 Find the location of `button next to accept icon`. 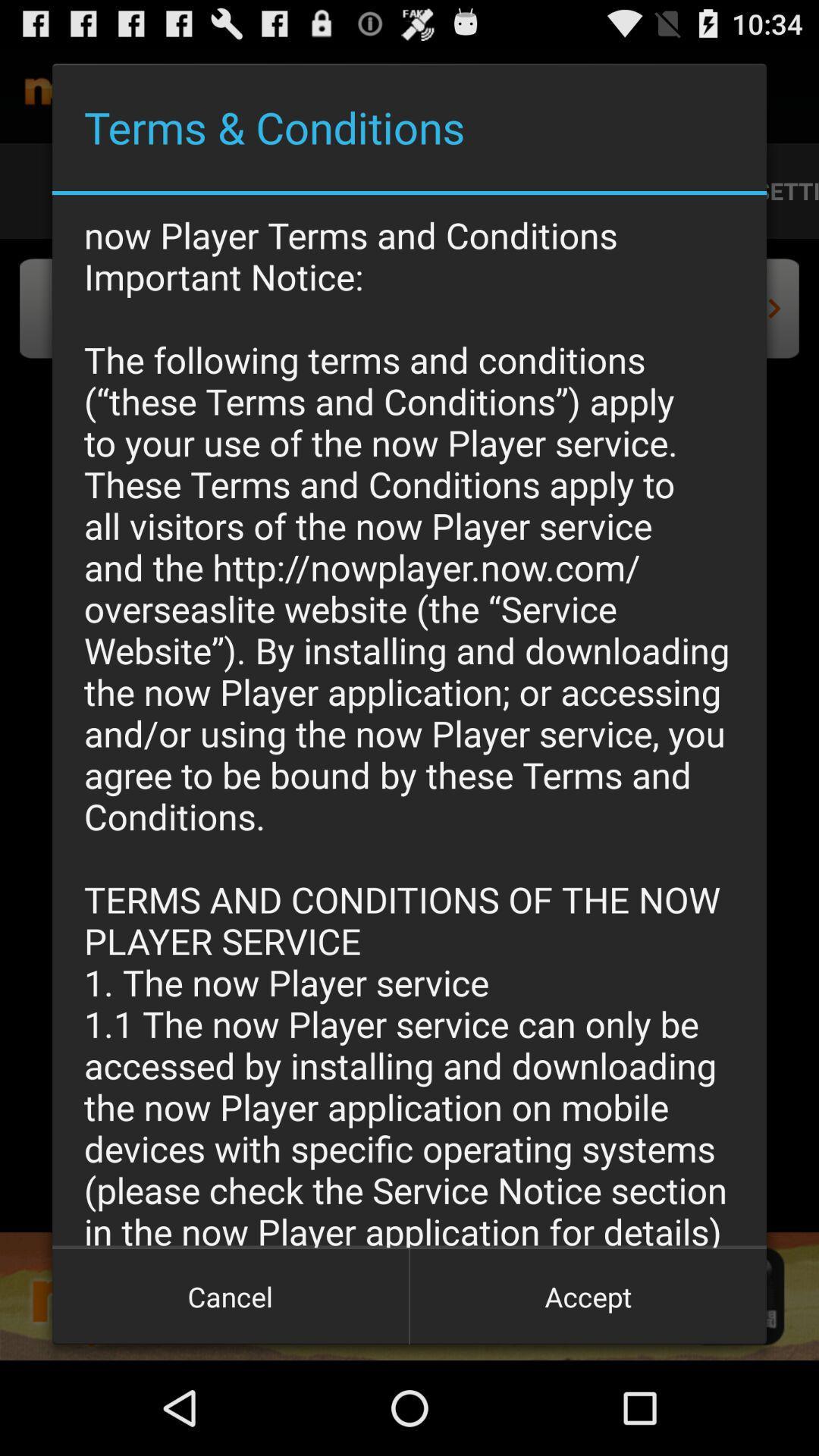

button next to accept icon is located at coordinates (231, 1295).